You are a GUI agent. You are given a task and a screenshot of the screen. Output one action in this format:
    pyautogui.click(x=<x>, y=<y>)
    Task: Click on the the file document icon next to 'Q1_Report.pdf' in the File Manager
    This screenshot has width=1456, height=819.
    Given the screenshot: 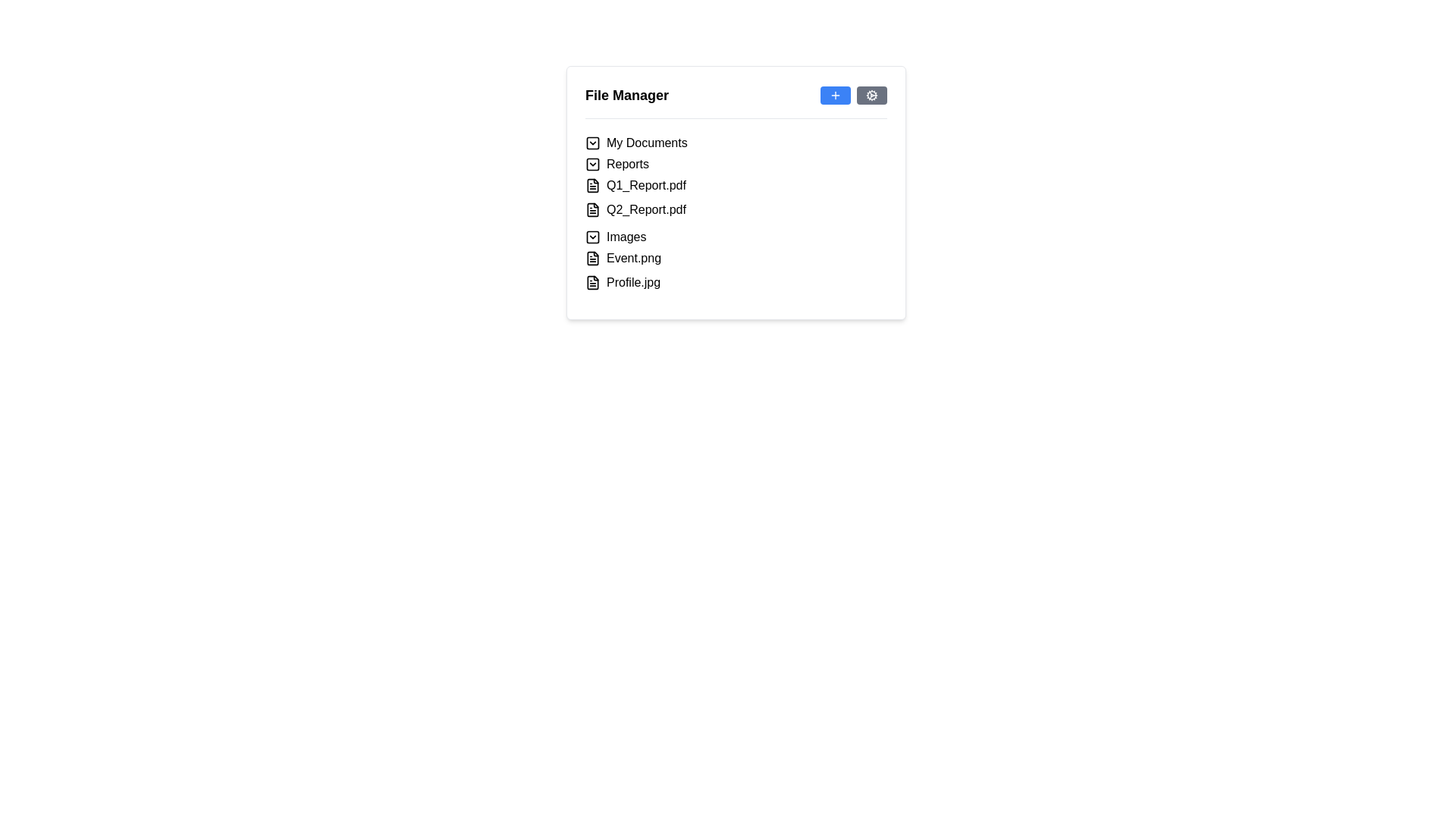 What is the action you would take?
    pyautogui.click(x=592, y=185)
    